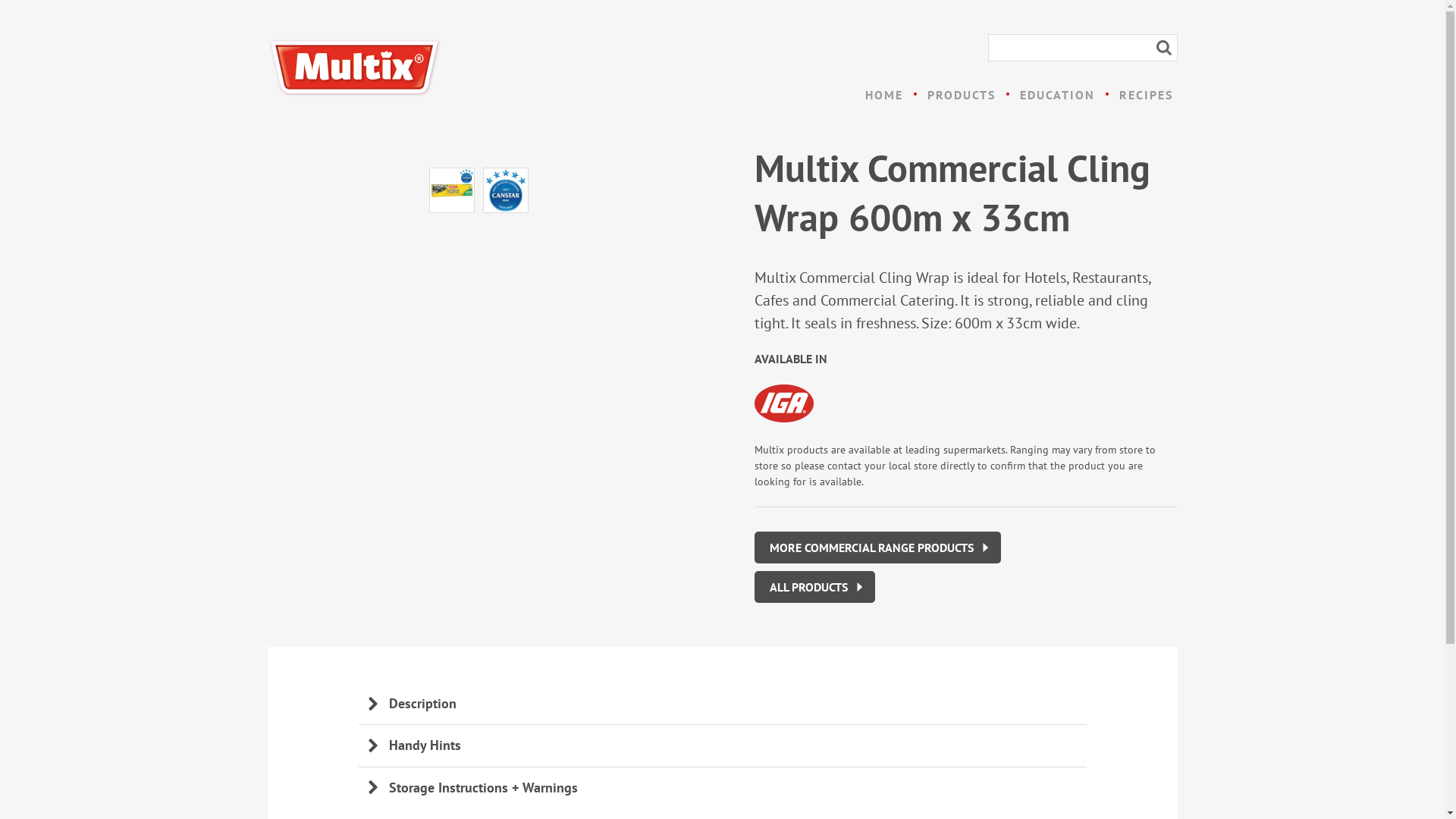 This screenshot has height=819, width=1456. What do you see at coordinates (793, 424) in the screenshot?
I see `'IGA'` at bounding box center [793, 424].